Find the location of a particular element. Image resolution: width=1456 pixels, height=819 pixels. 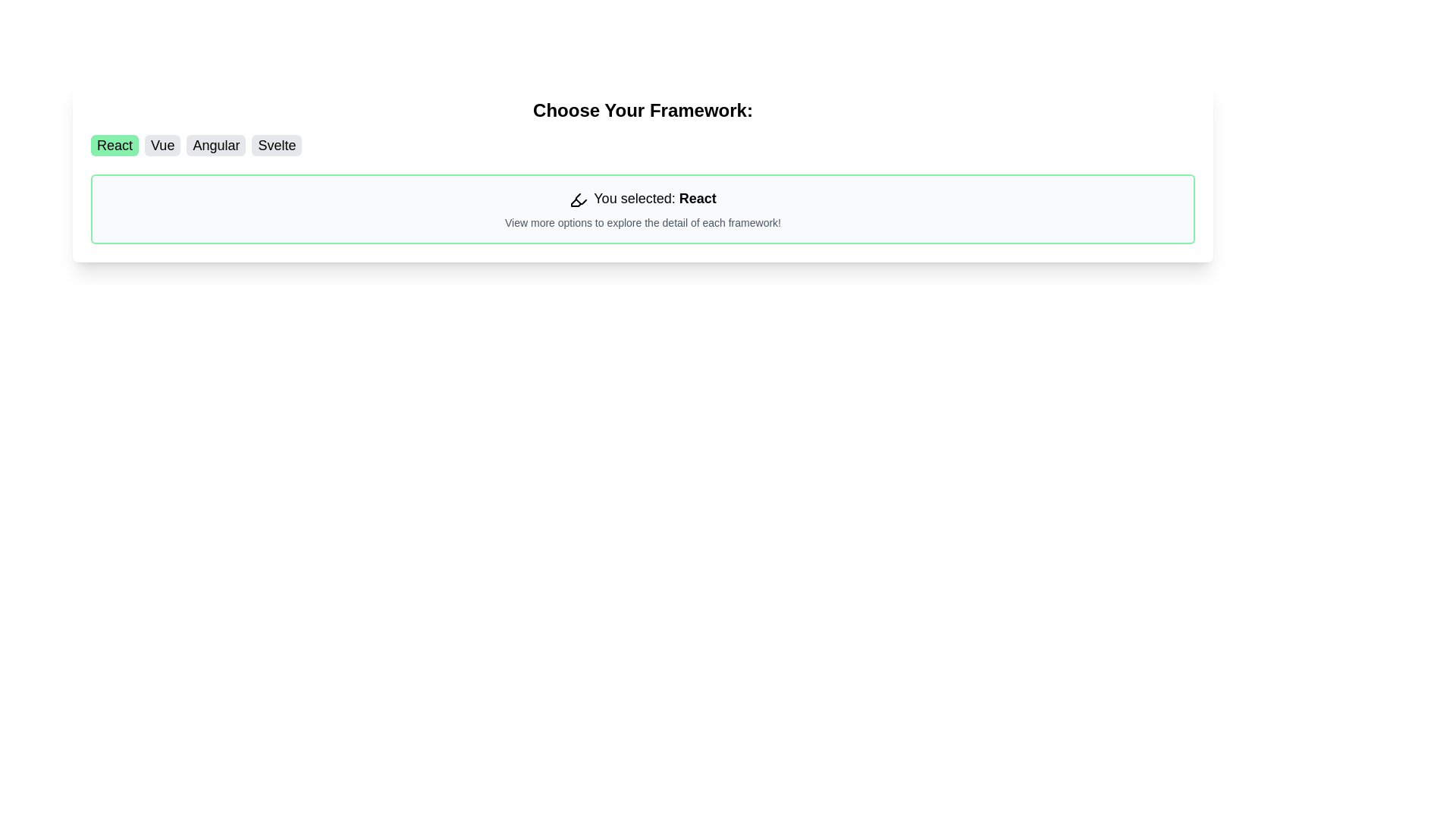

the button labeled 'React' with rounded corners and a green background, which is the first among four framework buttons in the 'Choose Your Framework:' section is located at coordinates (114, 146).